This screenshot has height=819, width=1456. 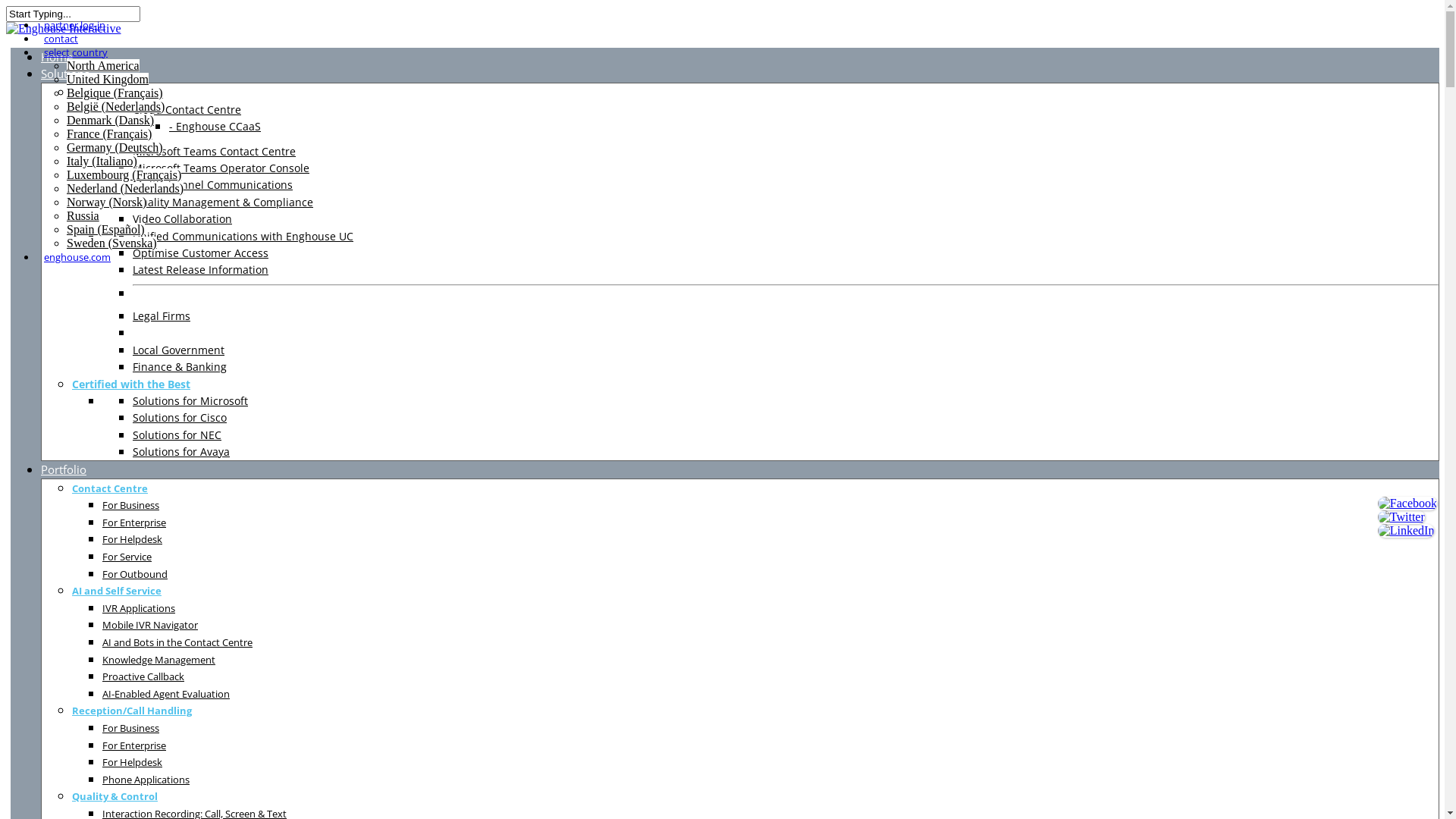 What do you see at coordinates (166, 693) in the screenshot?
I see `'AI-Enabled Agent Evaluation'` at bounding box center [166, 693].